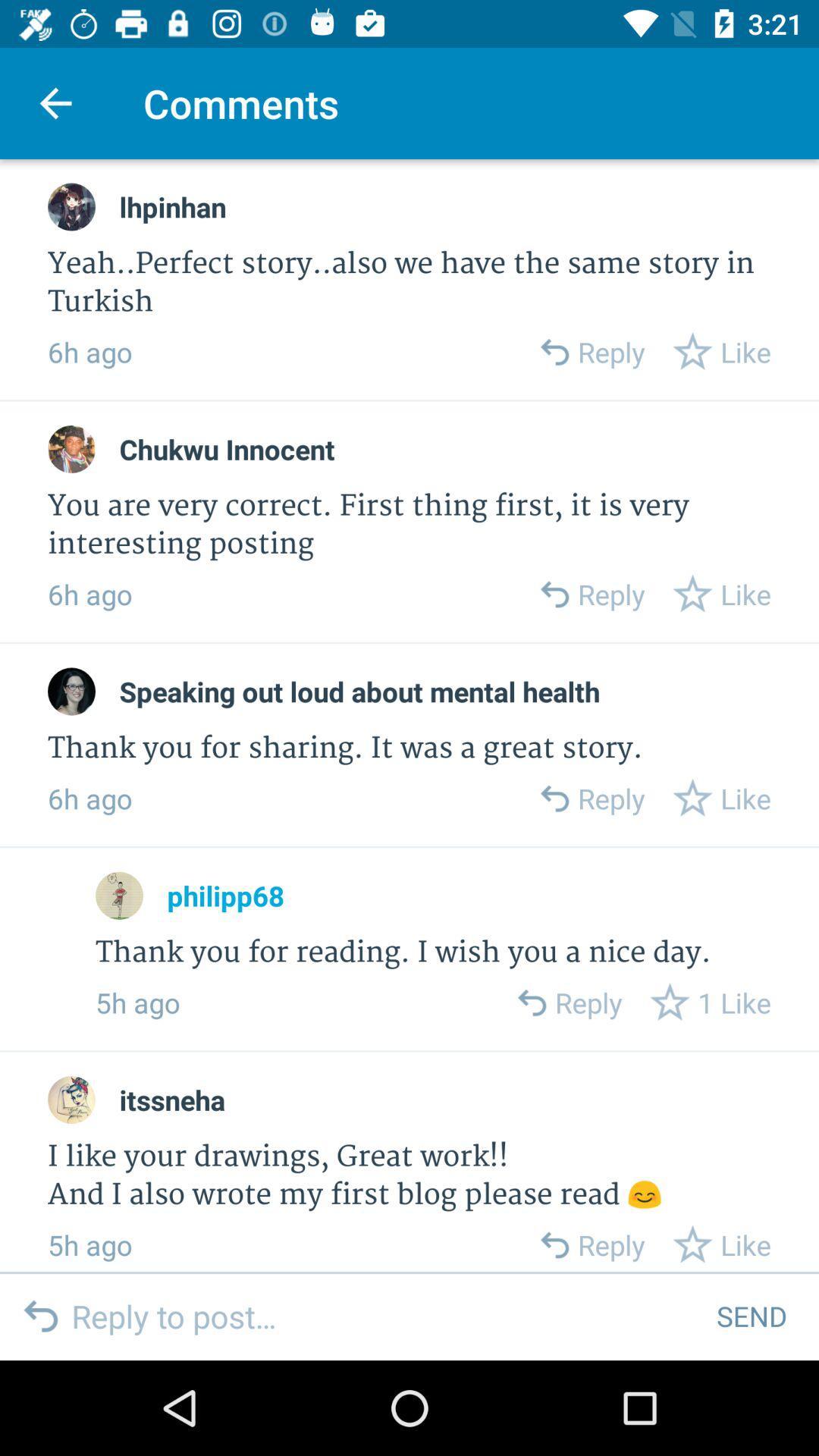 This screenshot has width=819, height=1456. Describe the element at coordinates (55, 102) in the screenshot. I see `icon to the left of comments icon` at that location.